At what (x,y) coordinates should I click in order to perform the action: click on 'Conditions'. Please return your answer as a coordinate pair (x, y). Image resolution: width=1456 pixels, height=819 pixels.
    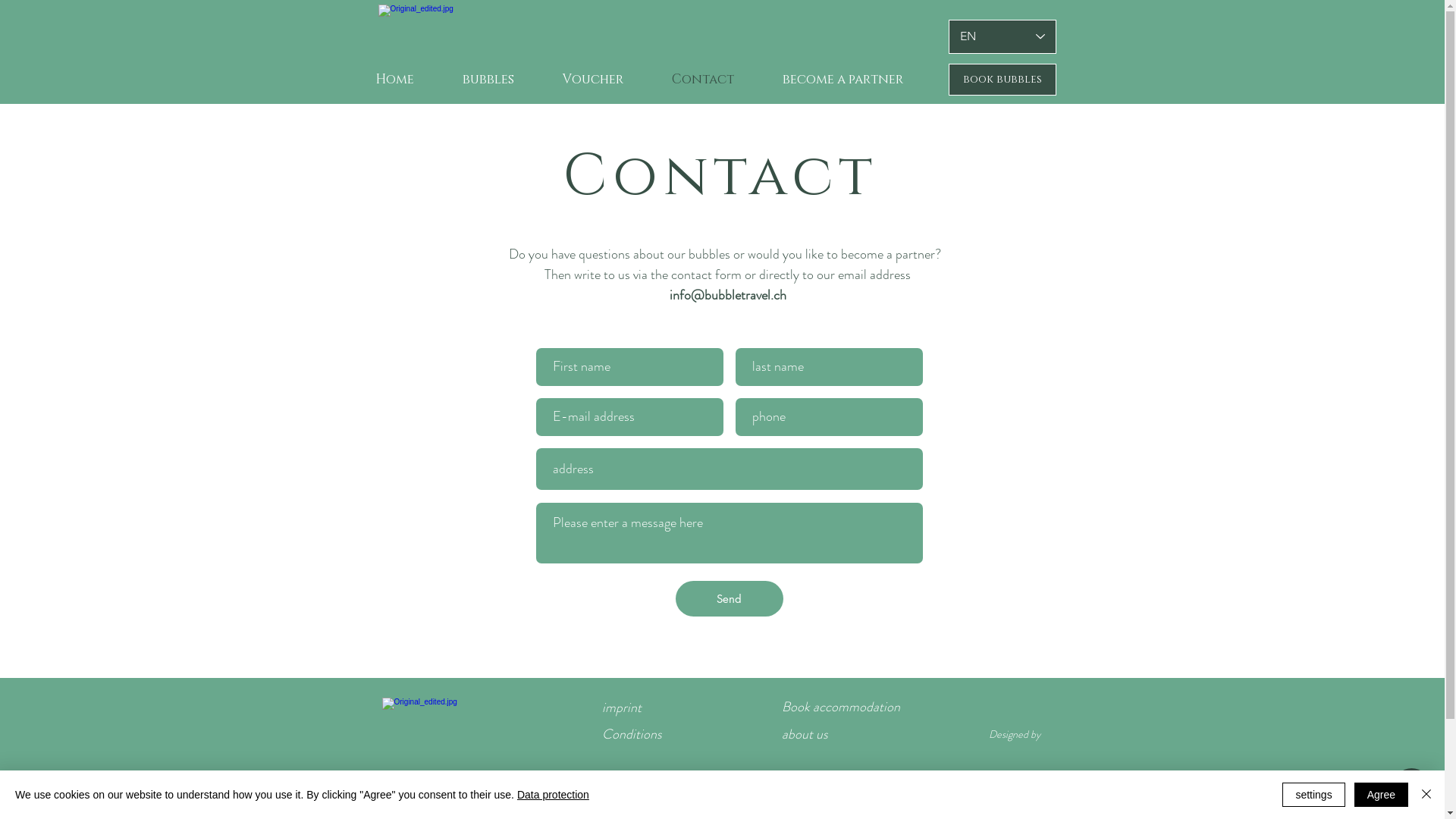
    Looking at the image, I should click on (632, 733).